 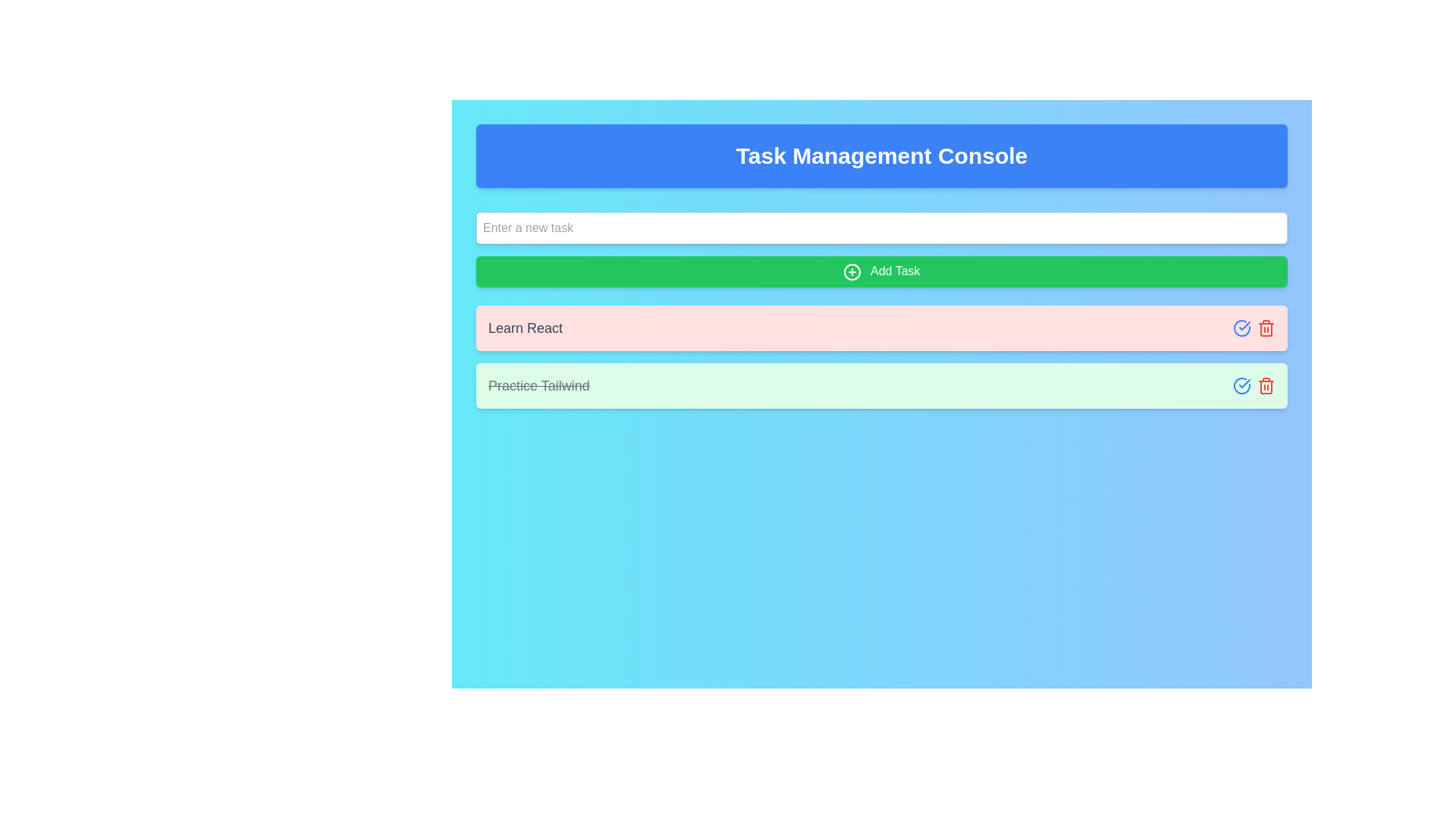 I want to click on the first Task Card element located directly below the 'Add Task' button in the task management list, so click(x=881, y=327).